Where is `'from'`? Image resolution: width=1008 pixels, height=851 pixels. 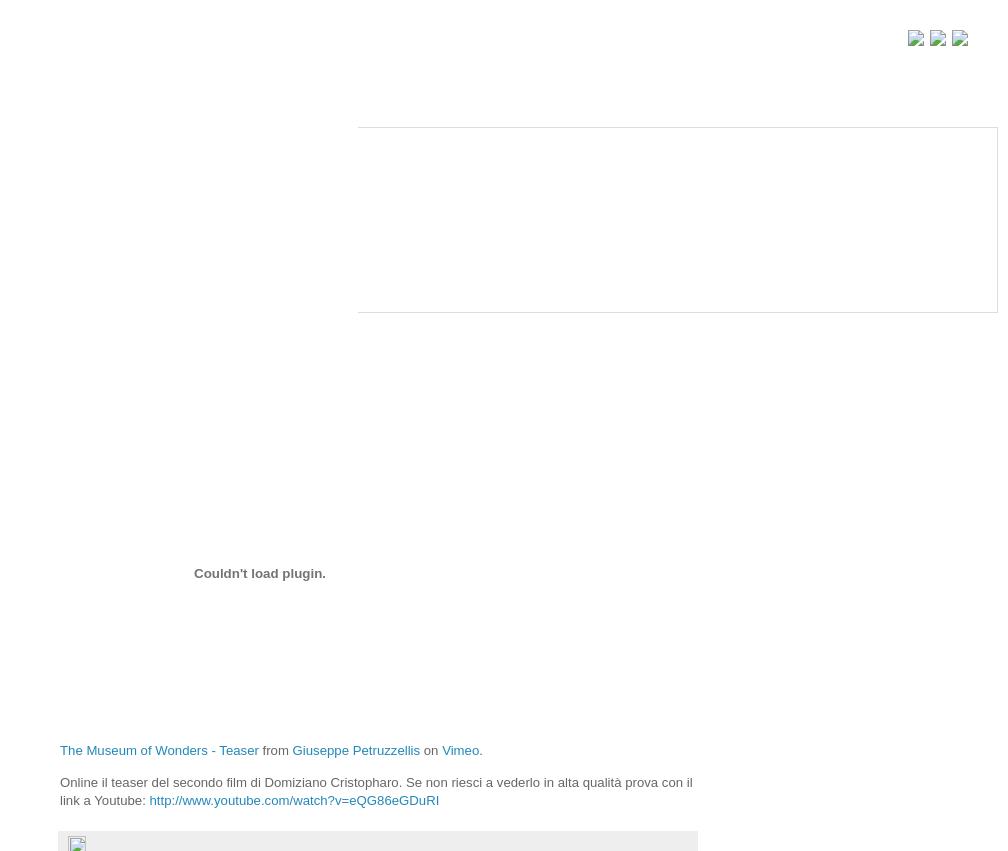 'from' is located at coordinates (258, 749).